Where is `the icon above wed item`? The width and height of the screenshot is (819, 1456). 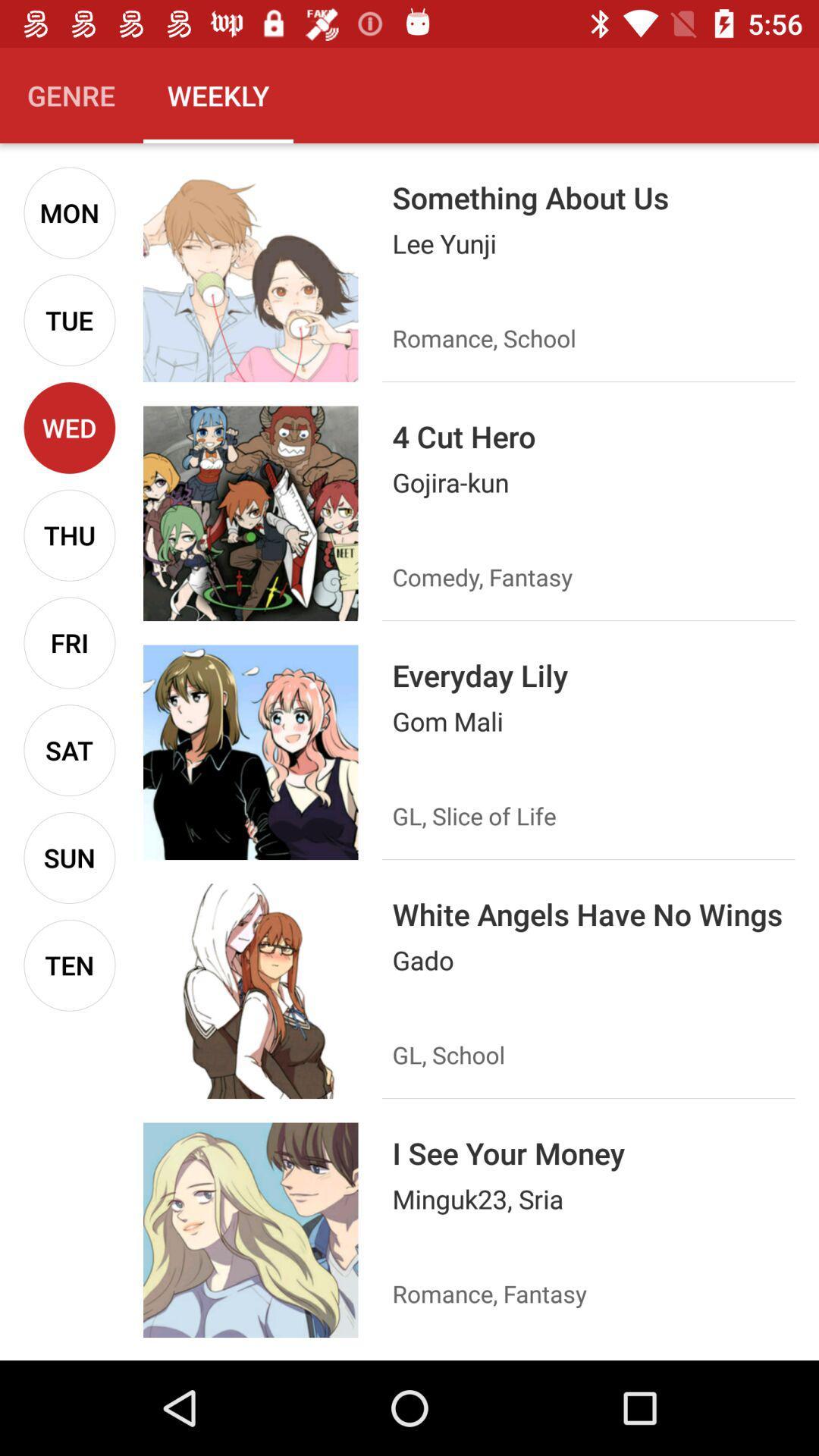
the icon above wed item is located at coordinates (69, 319).